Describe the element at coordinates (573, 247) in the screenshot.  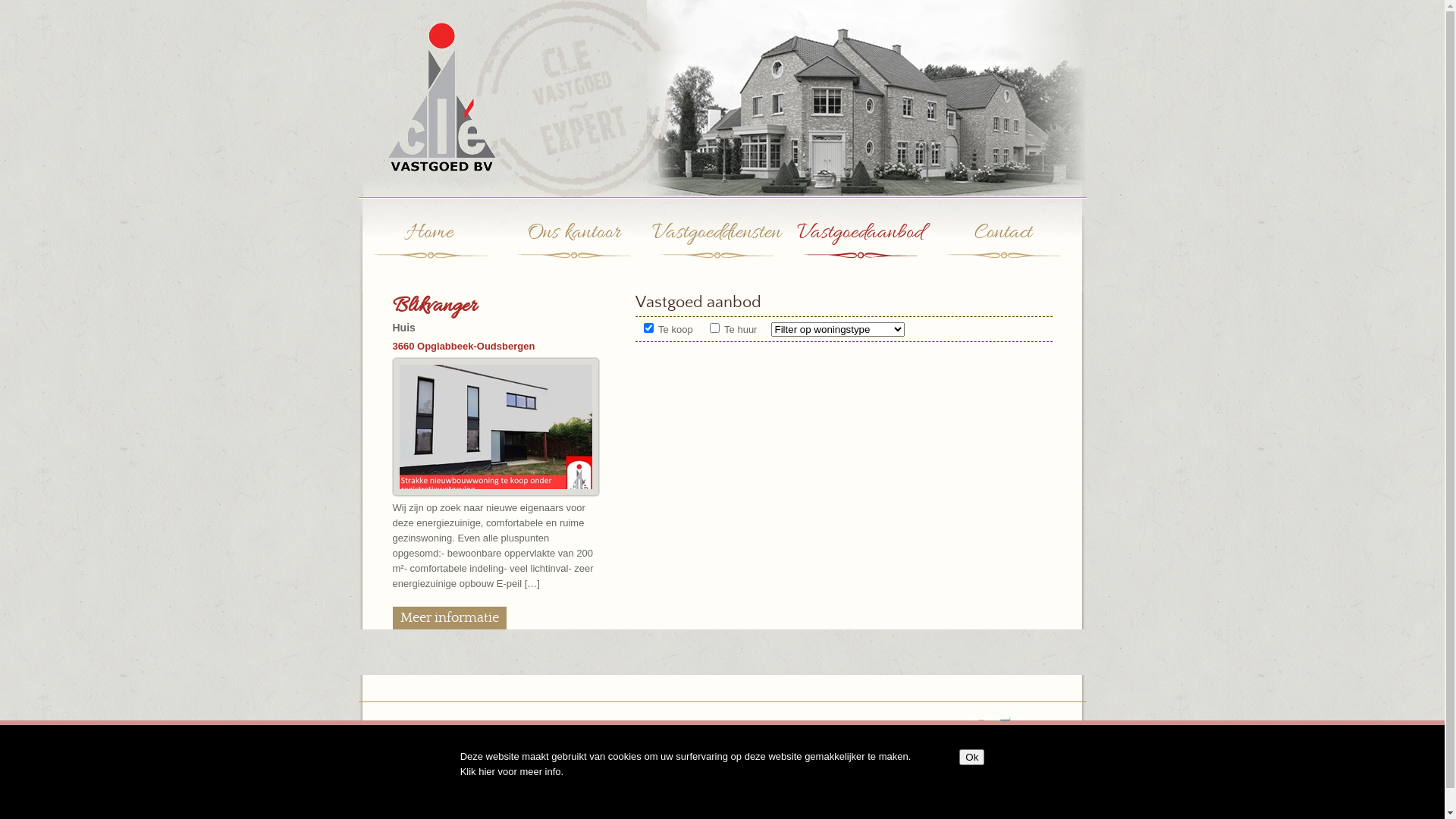
I see `'Ons kantoor'` at that location.